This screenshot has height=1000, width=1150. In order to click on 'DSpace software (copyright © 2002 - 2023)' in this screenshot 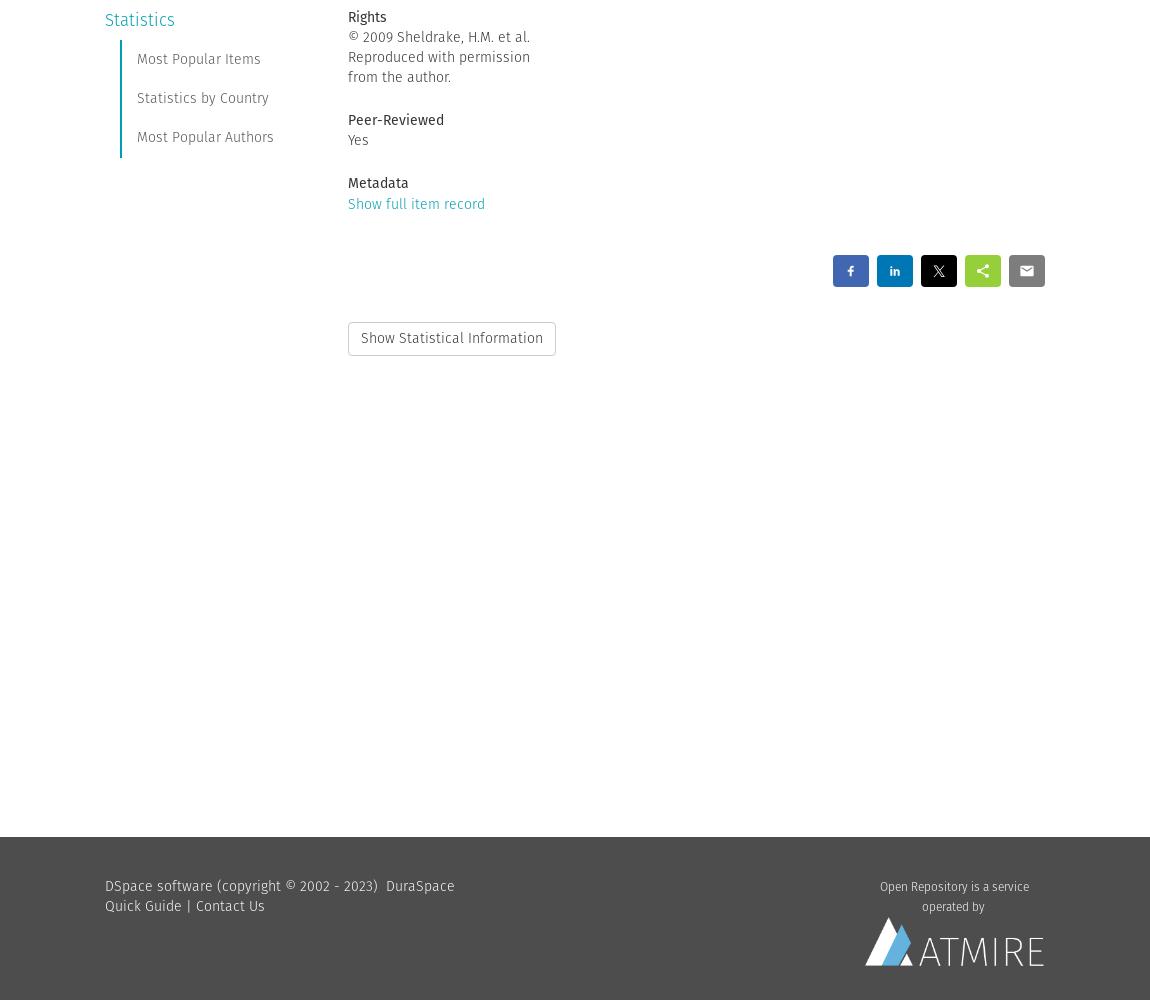, I will do `click(240, 885)`.